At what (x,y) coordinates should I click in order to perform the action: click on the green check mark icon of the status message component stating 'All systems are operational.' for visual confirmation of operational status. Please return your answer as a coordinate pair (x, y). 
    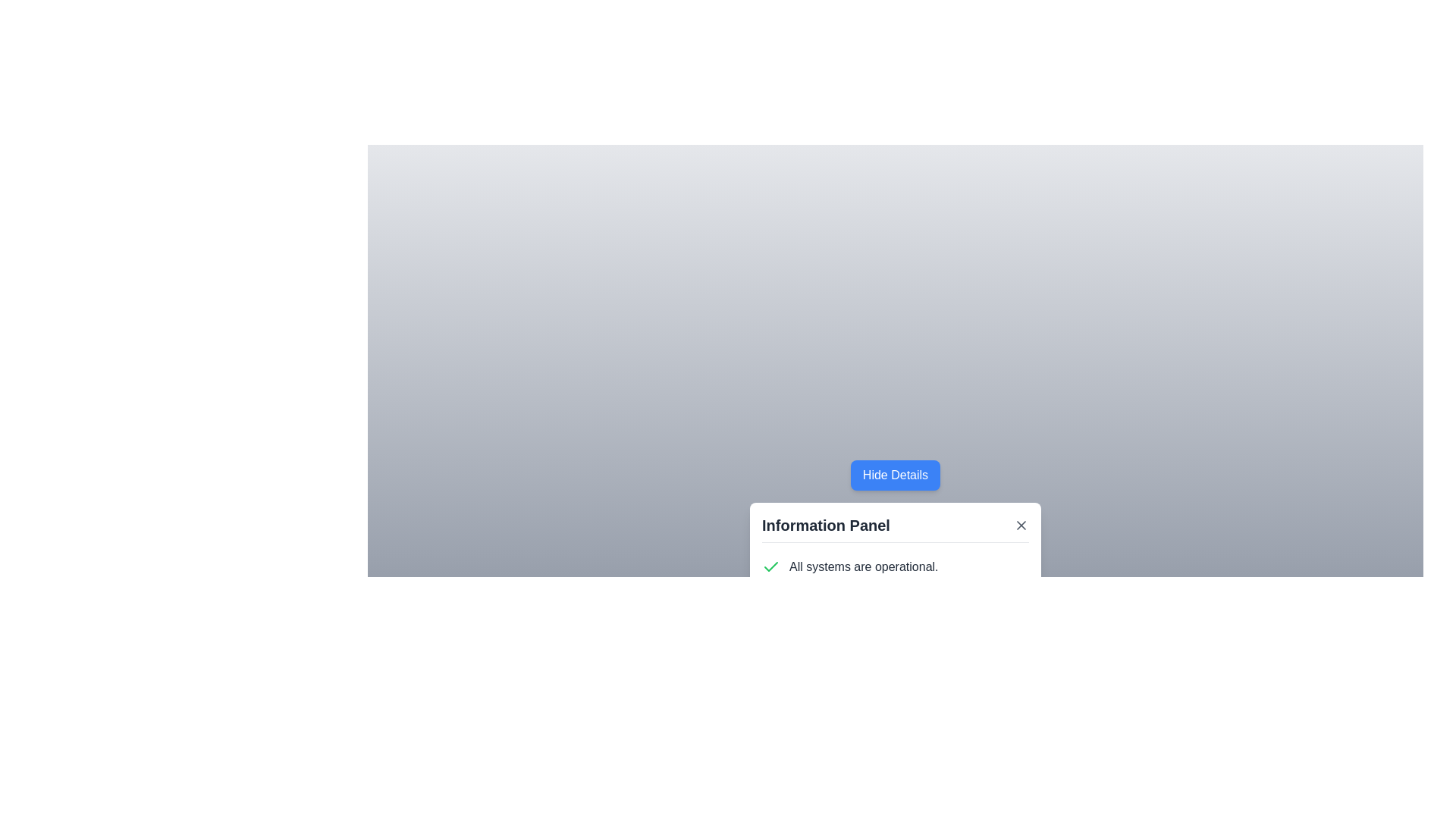
    Looking at the image, I should click on (895, 593).